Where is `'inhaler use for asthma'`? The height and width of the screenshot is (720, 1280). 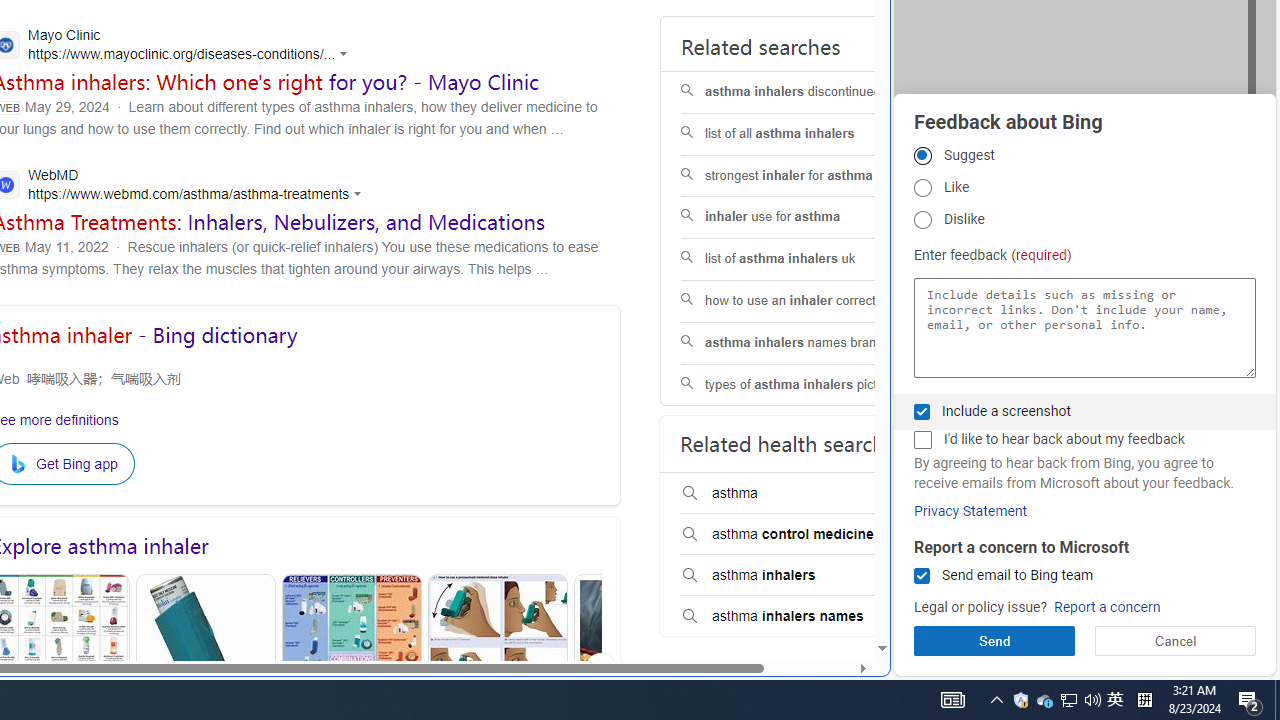 'inhaler use for asthma' is located at coordinates (807, 218).